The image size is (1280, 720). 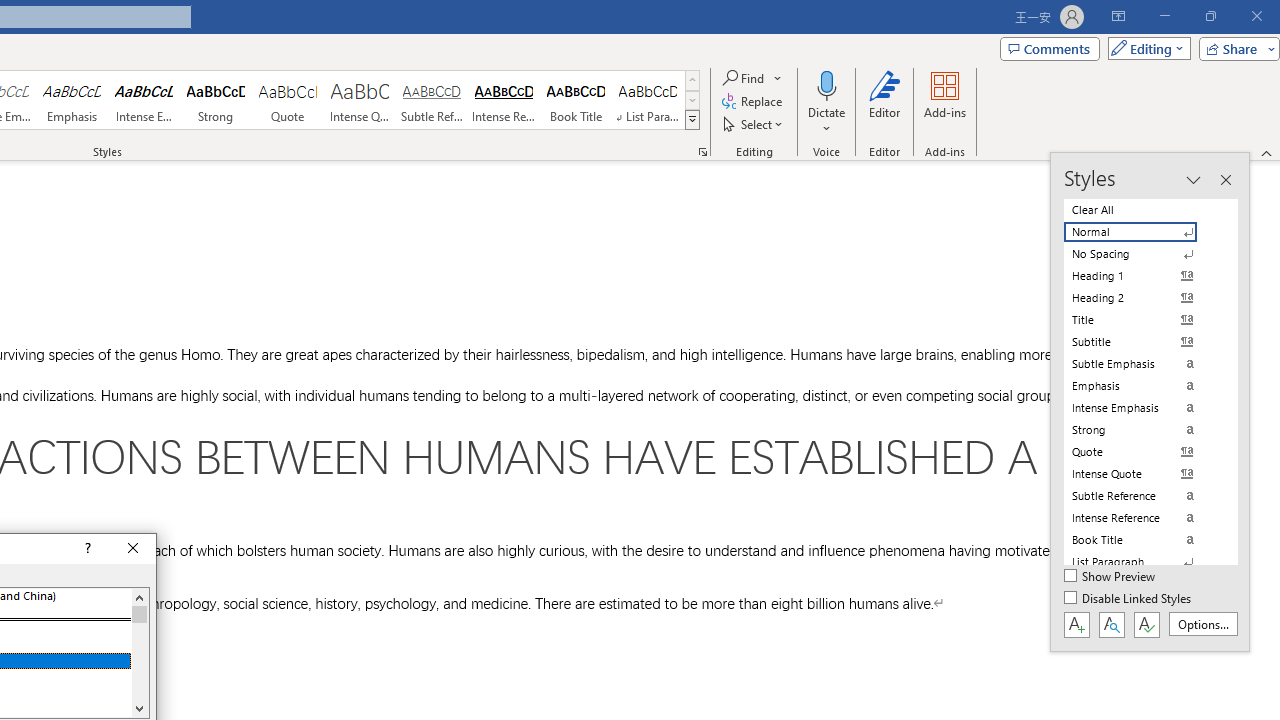 What do you see at coordinates (138, 596) in the screenshot?
I see `'Line up'` at bounding box center [138, 596].